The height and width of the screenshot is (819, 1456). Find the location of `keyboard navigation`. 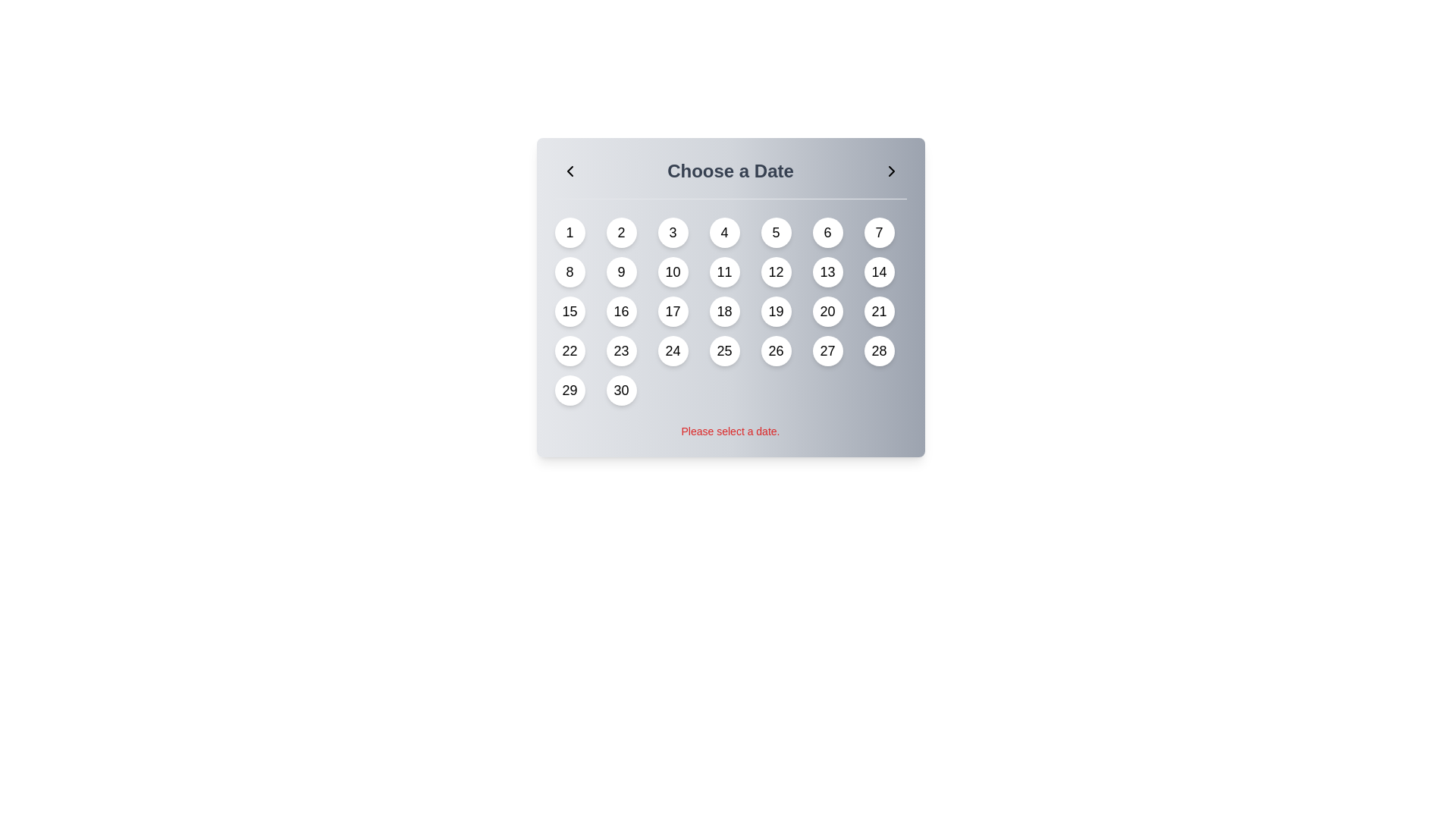

keyboard navigation is located at coordinates (723, 350).